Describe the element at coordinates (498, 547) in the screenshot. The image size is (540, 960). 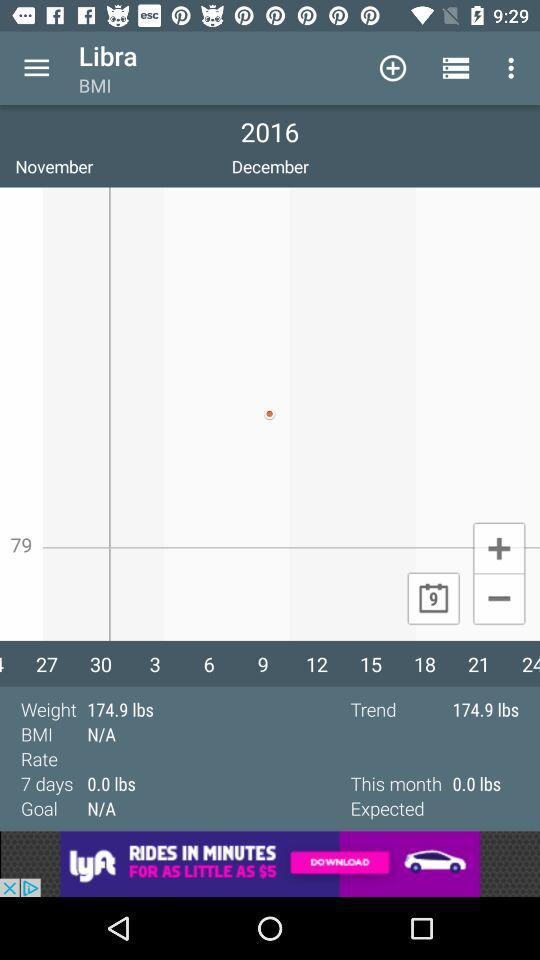
I see `zoom in` at that location.